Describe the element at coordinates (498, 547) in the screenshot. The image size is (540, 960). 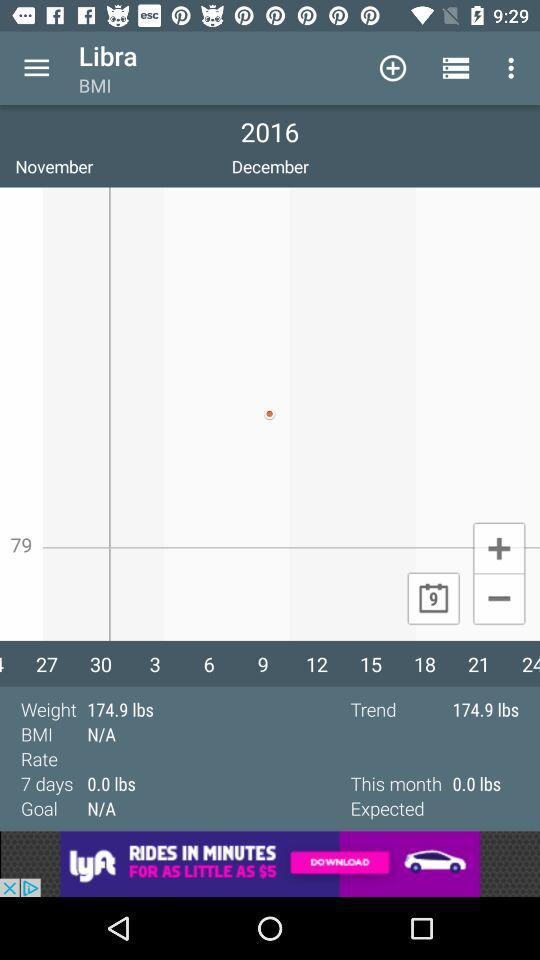
I see `zoom in` at that location.